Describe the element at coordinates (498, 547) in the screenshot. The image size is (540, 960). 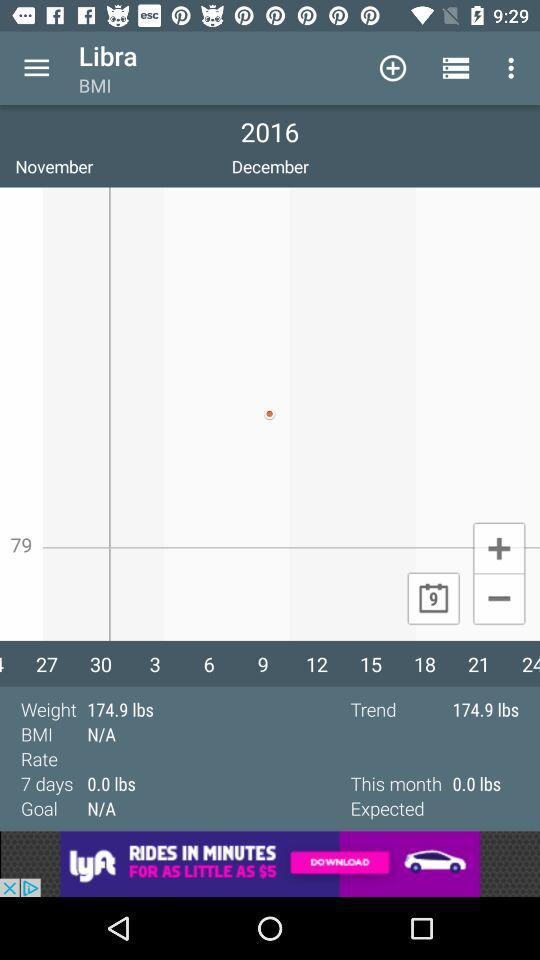
I see `zoom in` at that location.